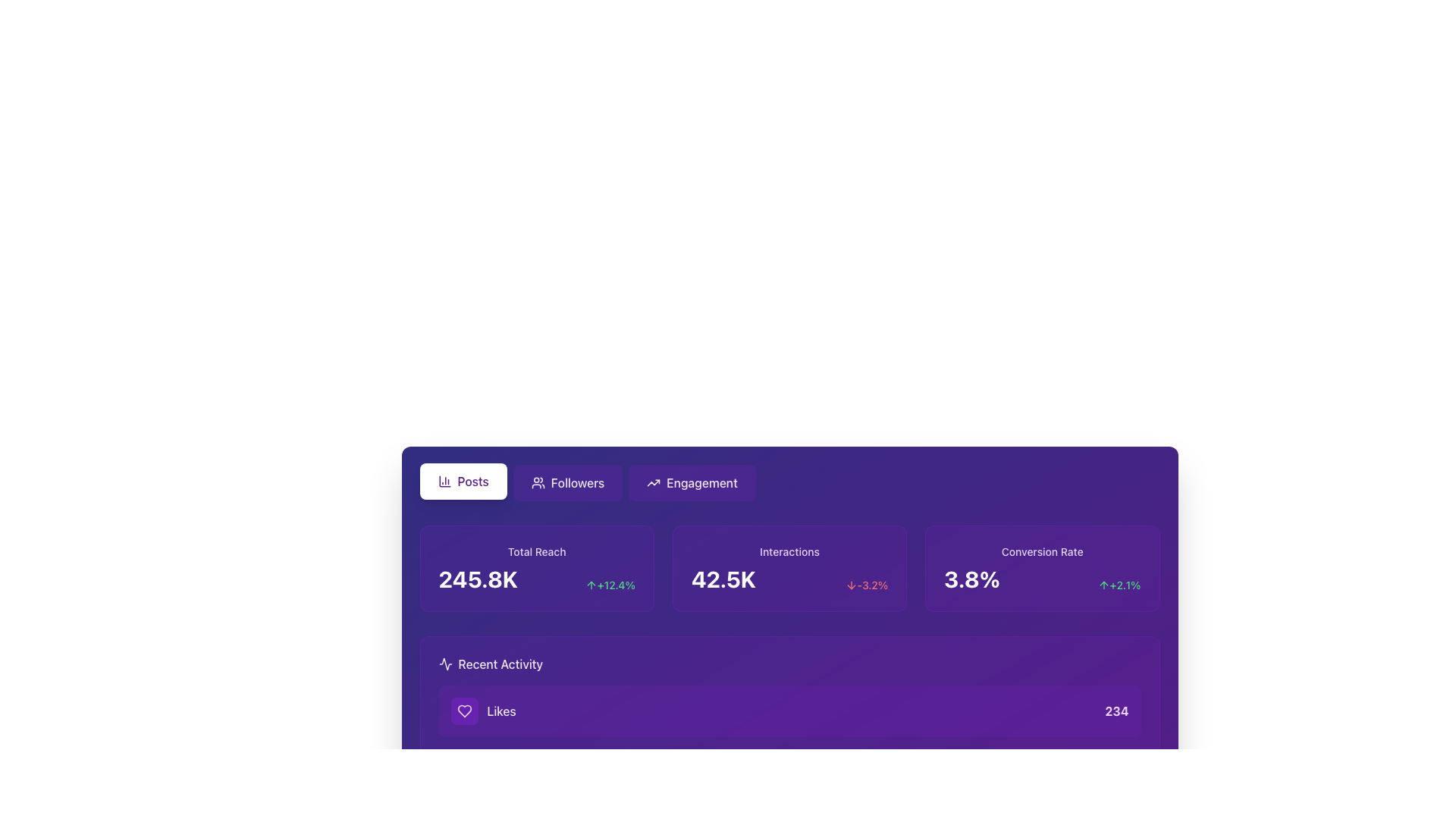 This screenshot has height=819, width=1456. Describe the element at coordinates (463, 711) in the screenshot. I see `the heart icon with a hollow outline and a soft purple tint located inside a rounded square purple background in the 'Recent Activity' section labeled 'Likes'` at that location.